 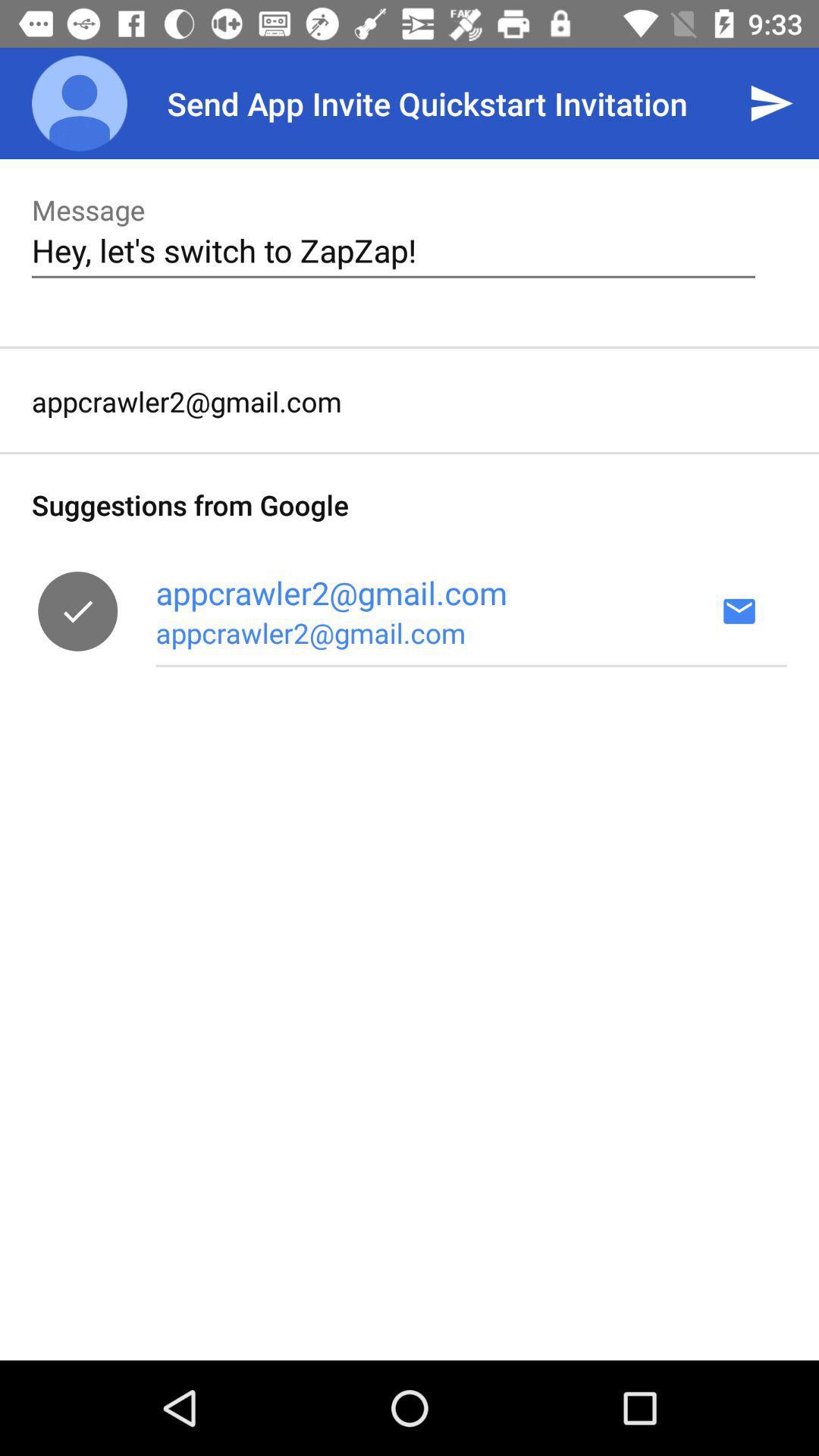 What do you see at coordinates (393, 250) in the screenshot?
I see `hey let s` at bounding box center [393, 250].